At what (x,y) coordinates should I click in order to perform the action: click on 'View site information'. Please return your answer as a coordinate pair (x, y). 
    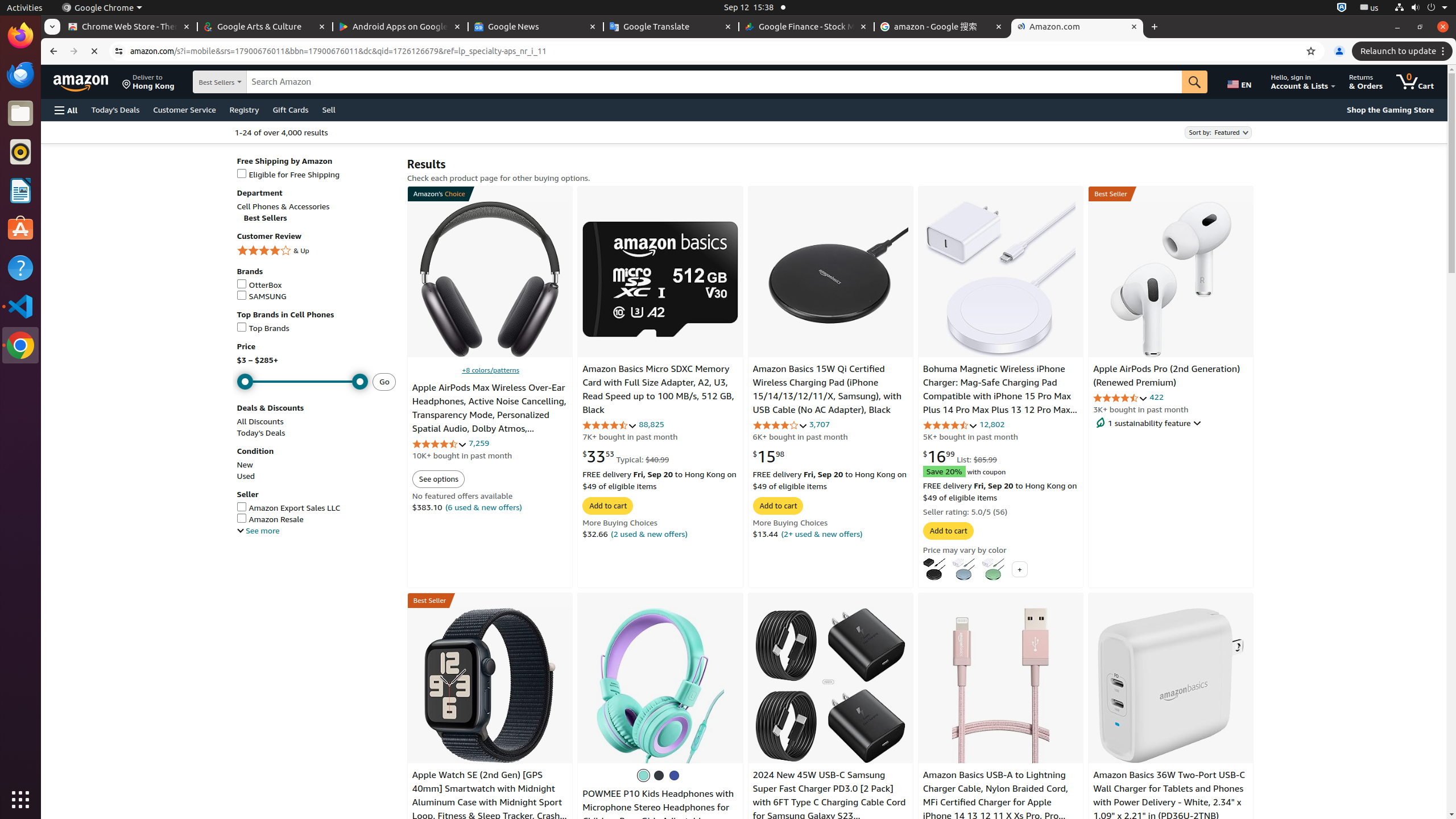
    Looking at the image, I should click on (118, 51).